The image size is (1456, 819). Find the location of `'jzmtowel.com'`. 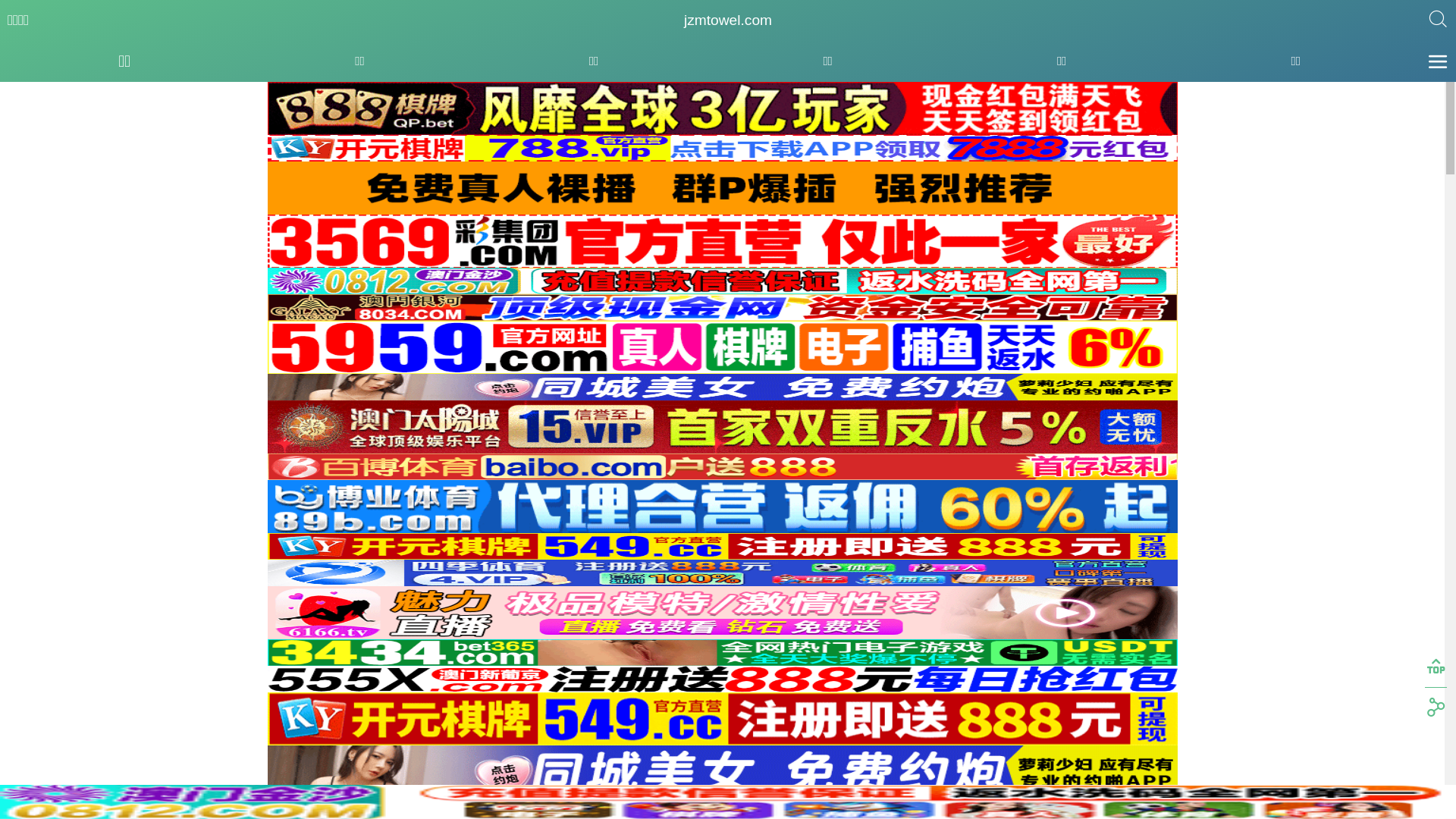

'jzmtowel.com' is located at coordinates (728, 20).